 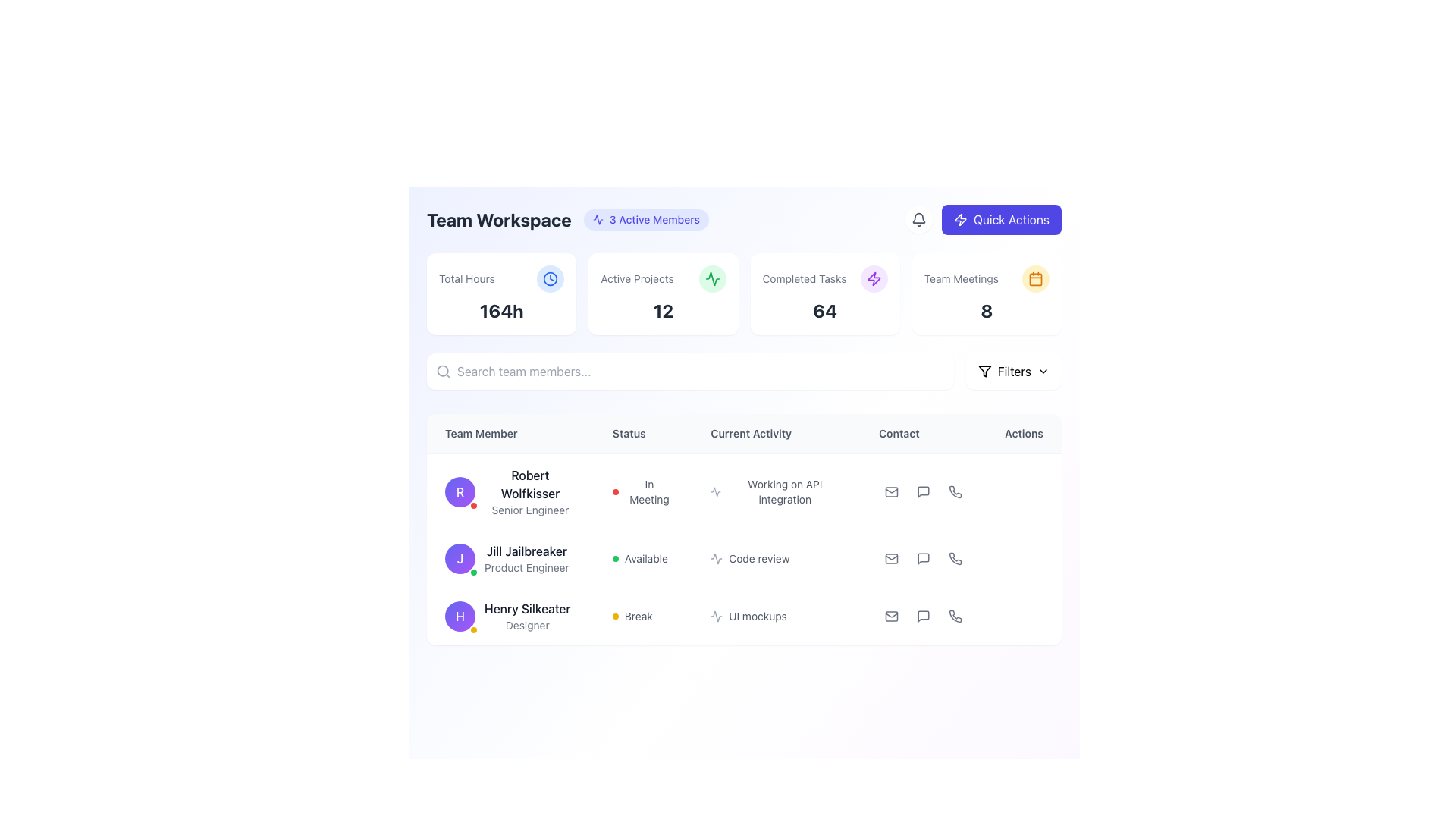 What do you see at coordinates (711, 278) in the screenshot?
I see `the green activity indicator icon styled as a waveform or pulse located within the light green circular background in the second card labeled 'Active Projects.'` at bounding box center [711, 278].